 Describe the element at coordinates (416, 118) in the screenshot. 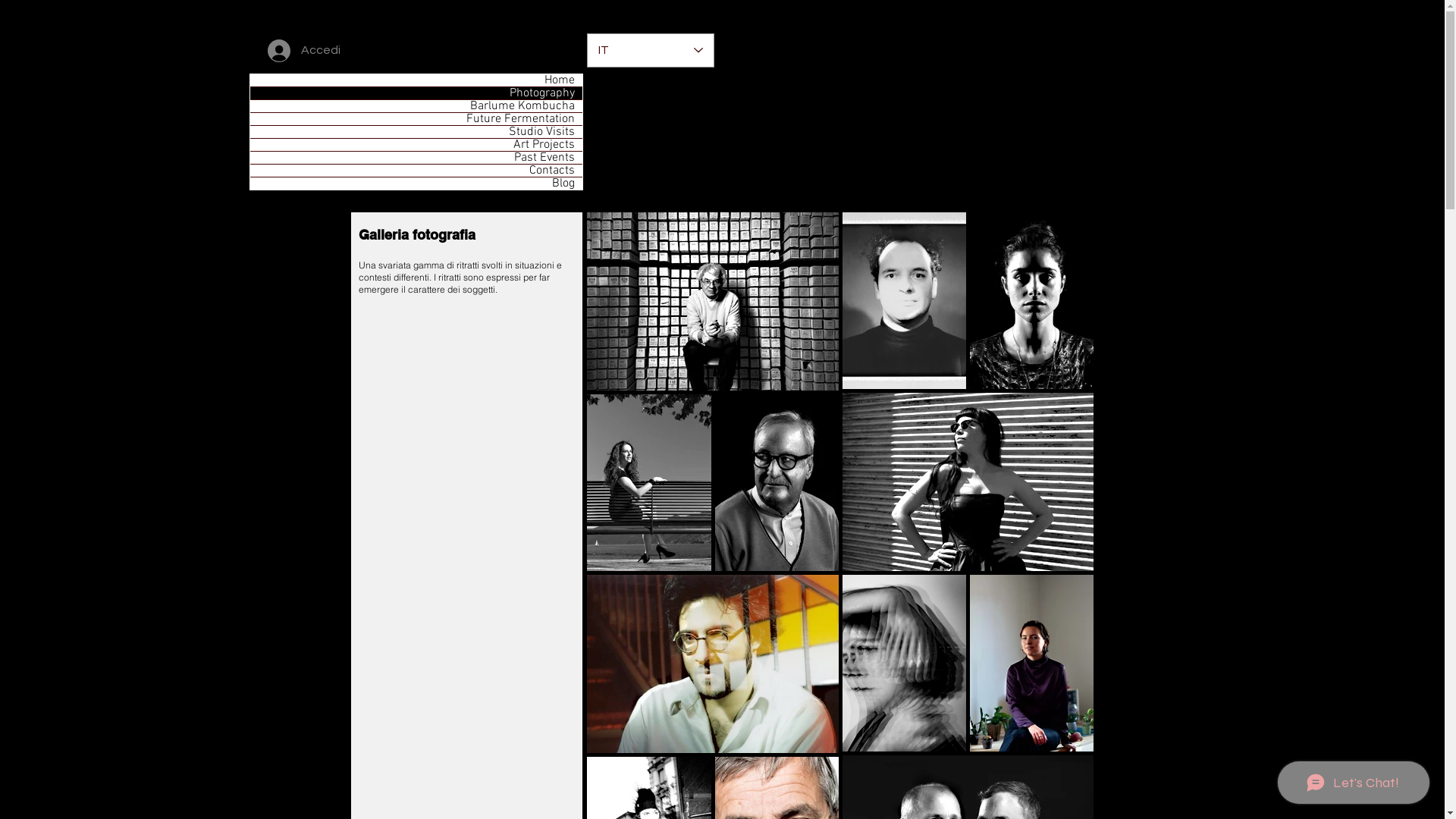

I see `'Future Fermentation'` at that location.